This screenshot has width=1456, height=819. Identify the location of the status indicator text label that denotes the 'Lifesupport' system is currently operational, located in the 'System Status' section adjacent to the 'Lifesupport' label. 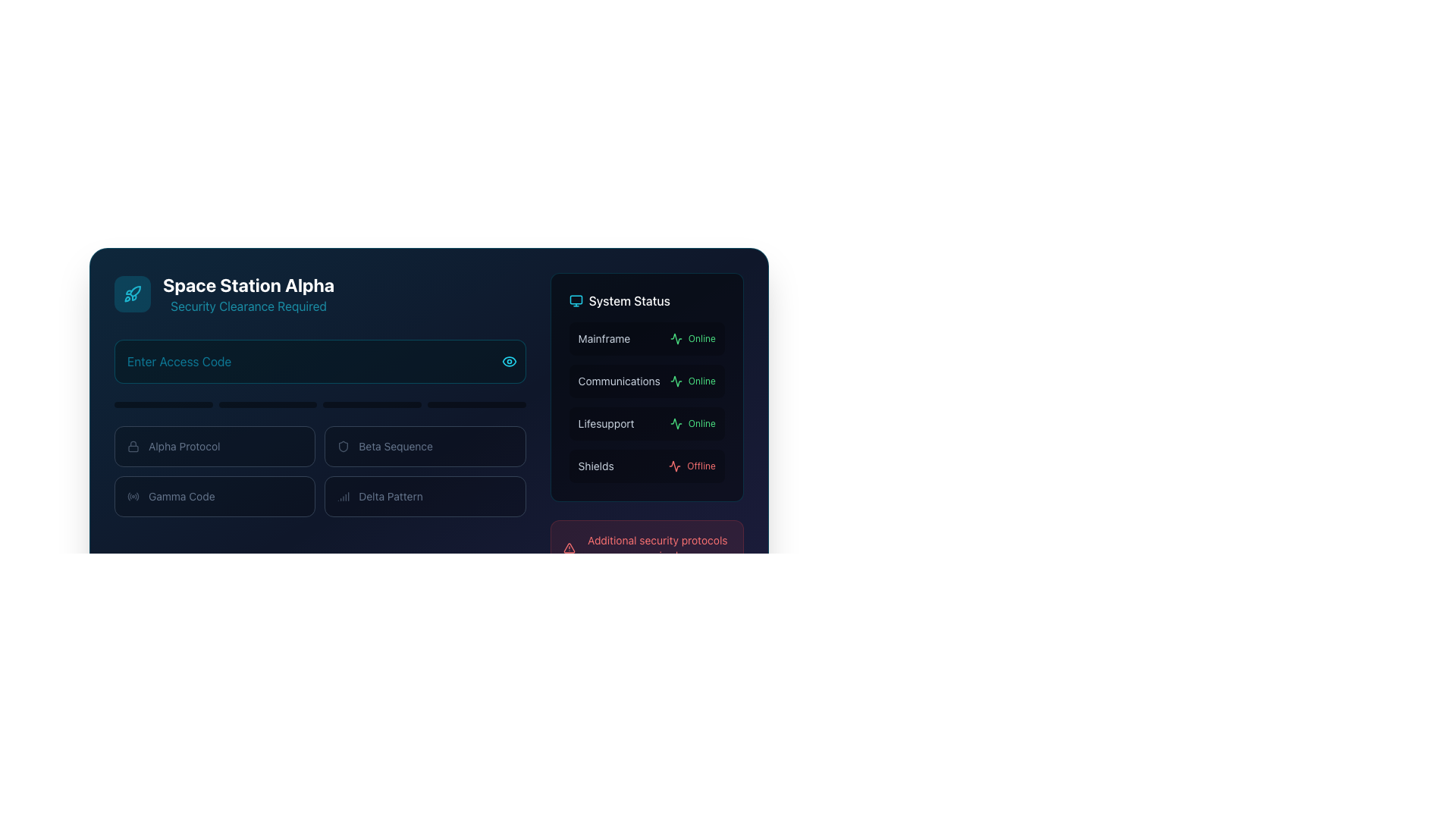
(701, 424).